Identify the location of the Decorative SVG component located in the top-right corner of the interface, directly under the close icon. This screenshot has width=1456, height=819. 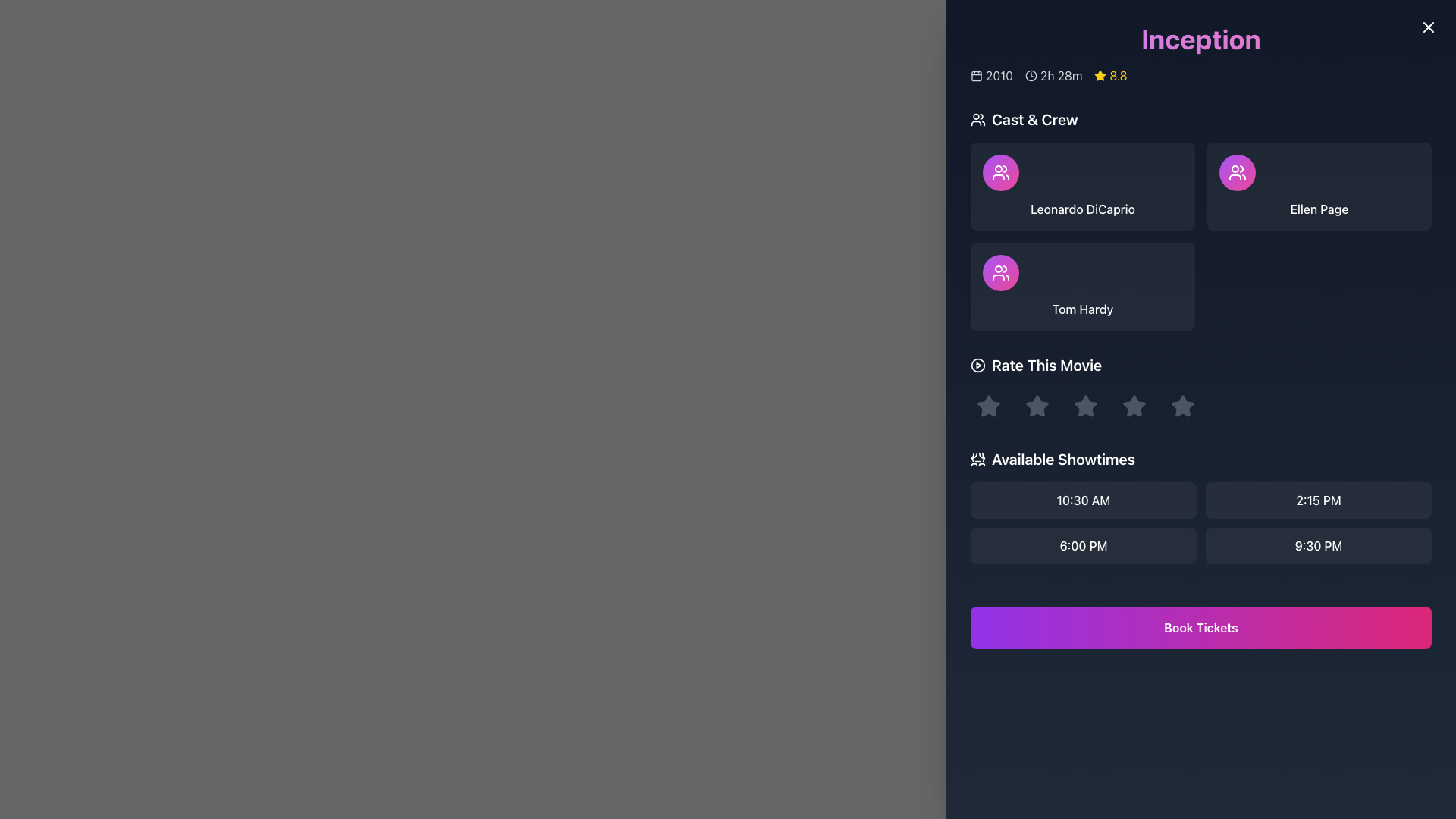
(1425, 30).